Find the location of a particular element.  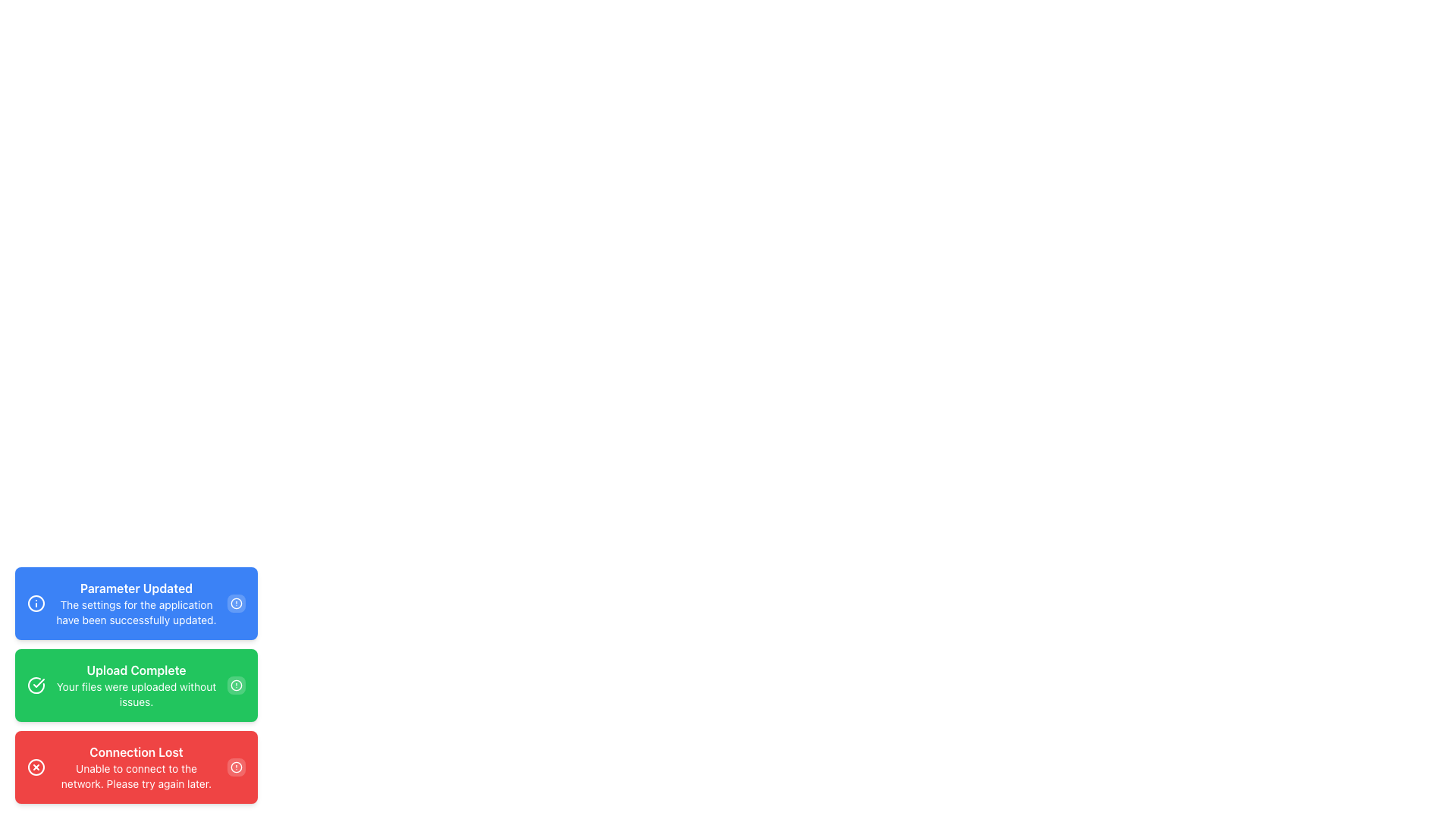

the notification text block located in the center of the green rectangular component, which confirms the successful file upload operation is located at coordinates (136, 685).